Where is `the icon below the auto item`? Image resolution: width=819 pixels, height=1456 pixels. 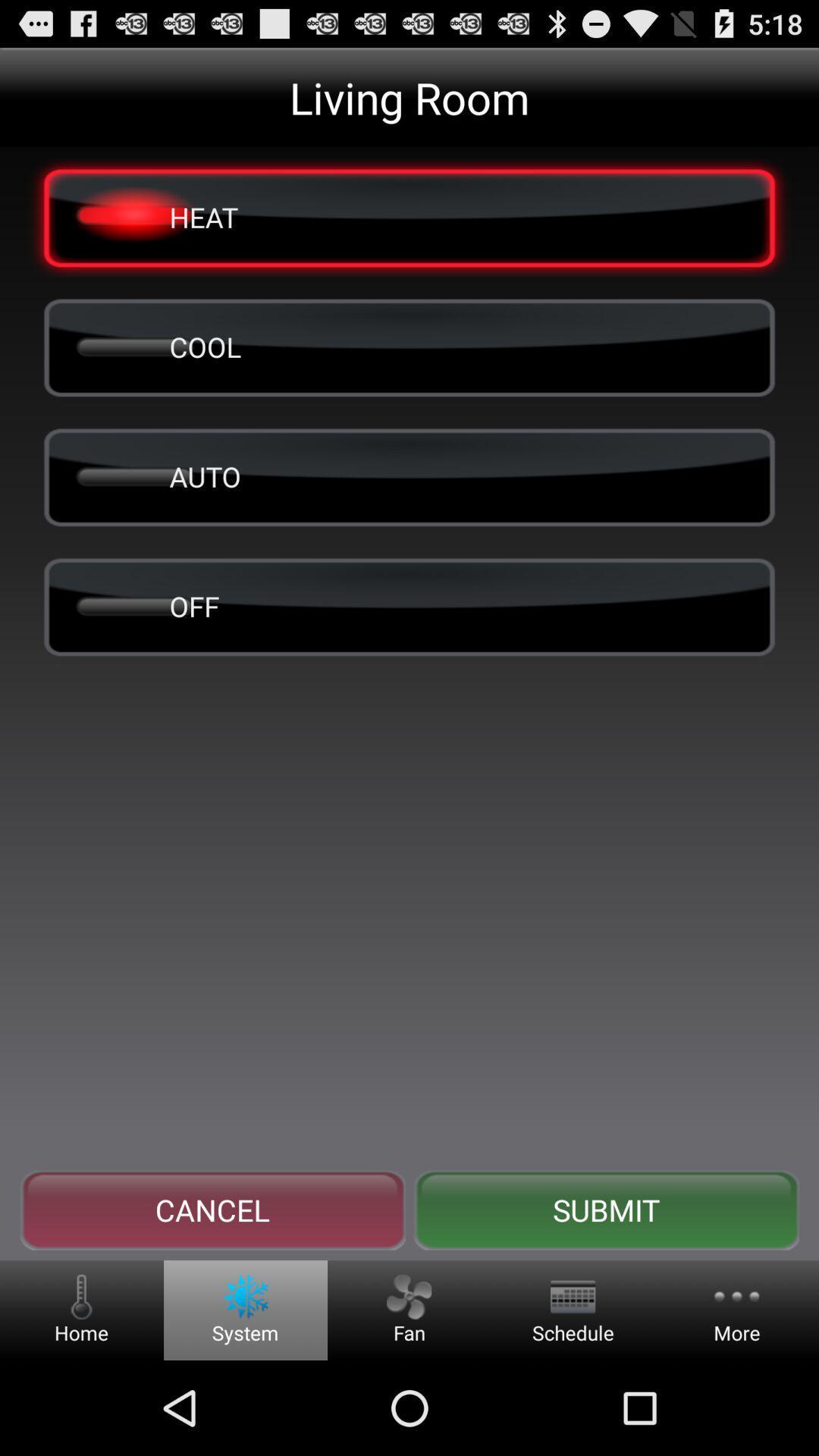 the icon below the auto item is located at coordinates (409, 605).